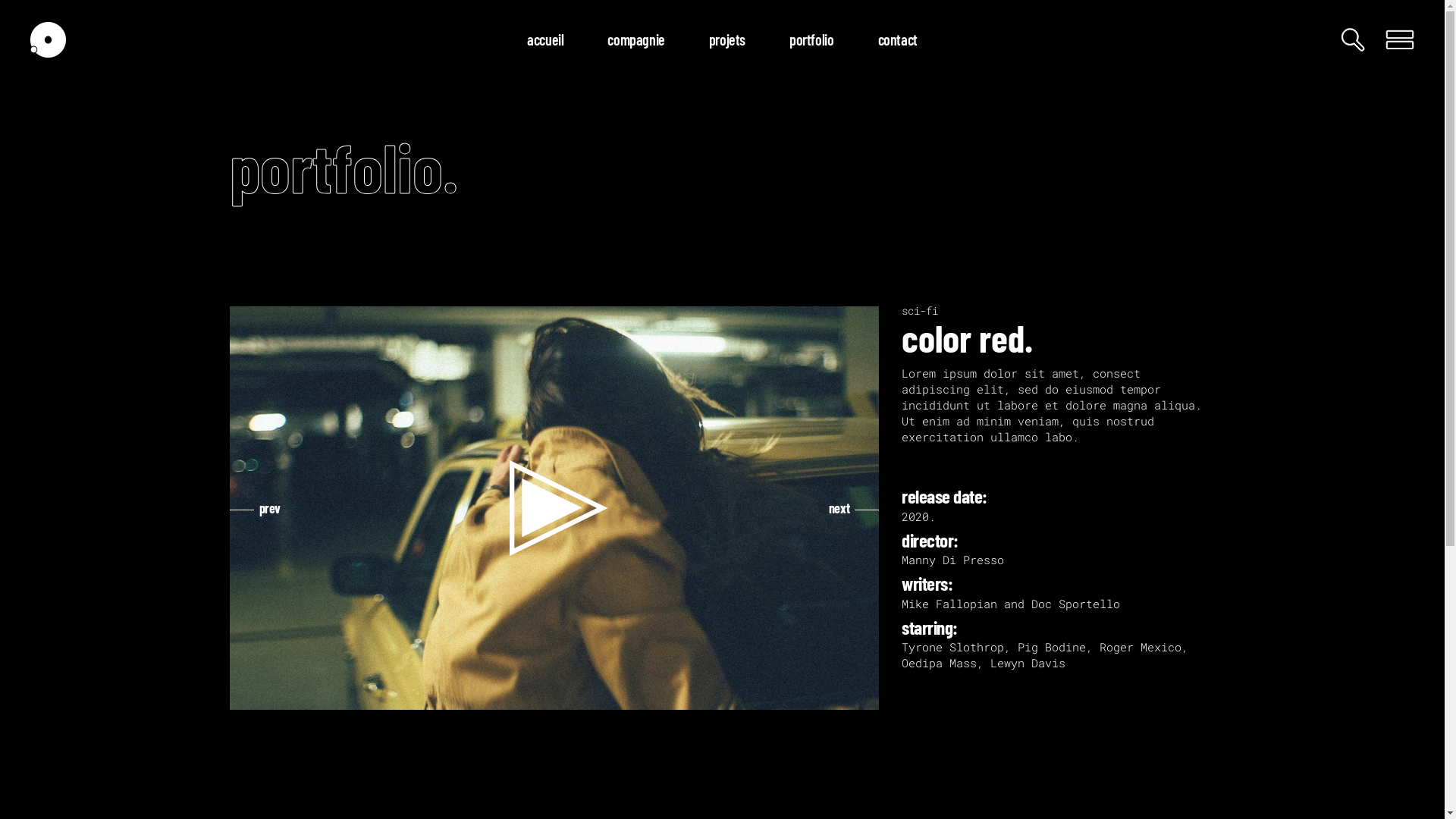 The image size is (1456, 819). Describe the element at coordinates (255, 508) in the screenshot. I see `'prev'` at that location.